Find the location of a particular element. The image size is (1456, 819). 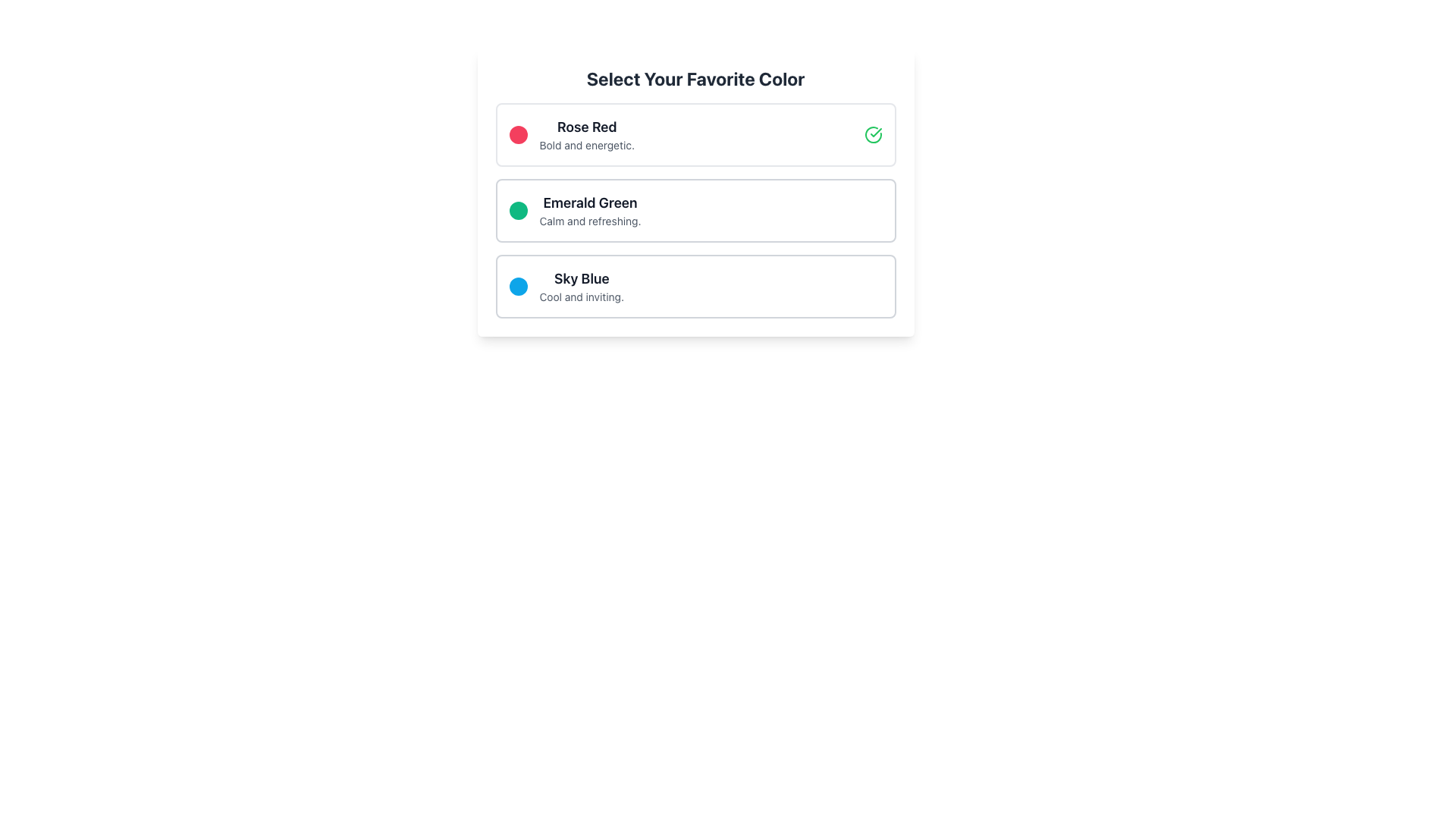

the 'Emerald Green' selectable list item, which is the second option in the color selection menu is located at coordinates (695, 210).